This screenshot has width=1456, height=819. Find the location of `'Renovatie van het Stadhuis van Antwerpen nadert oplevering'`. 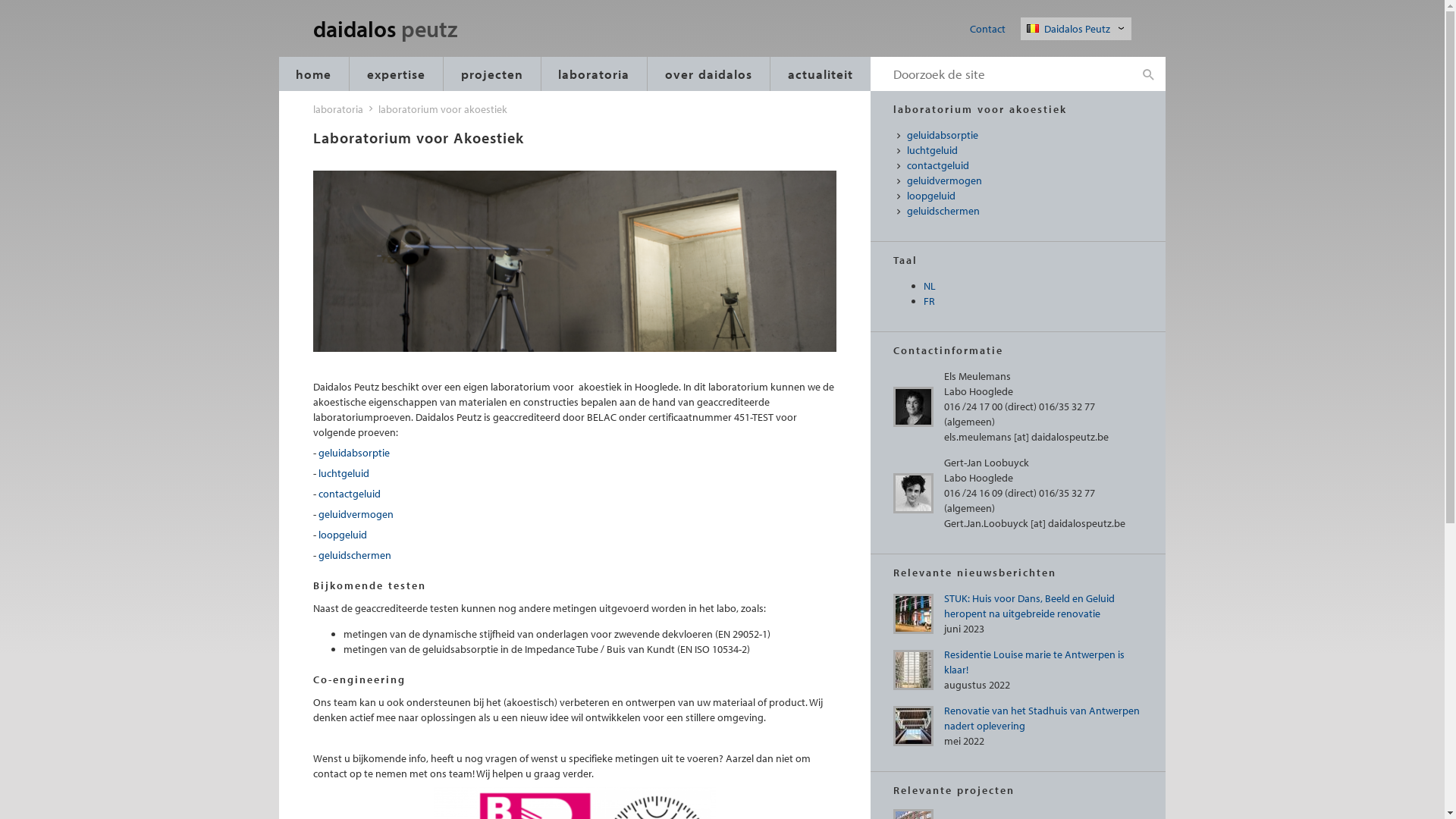

'Renovatie van het Stadhuis van Antwerpen nadert oplevering' is located at coordinates (1040, 717).